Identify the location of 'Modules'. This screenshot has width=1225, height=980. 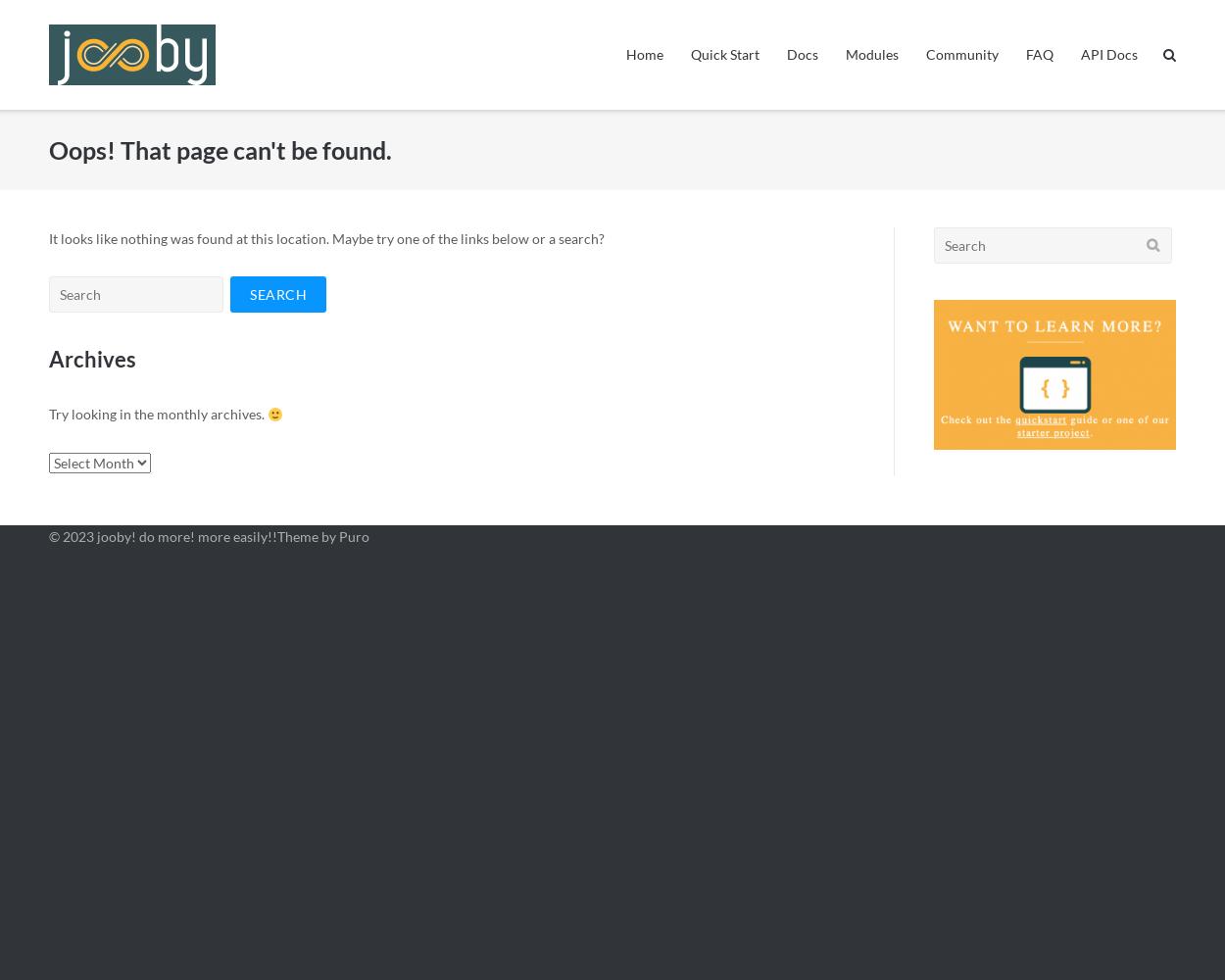
(872, 54).